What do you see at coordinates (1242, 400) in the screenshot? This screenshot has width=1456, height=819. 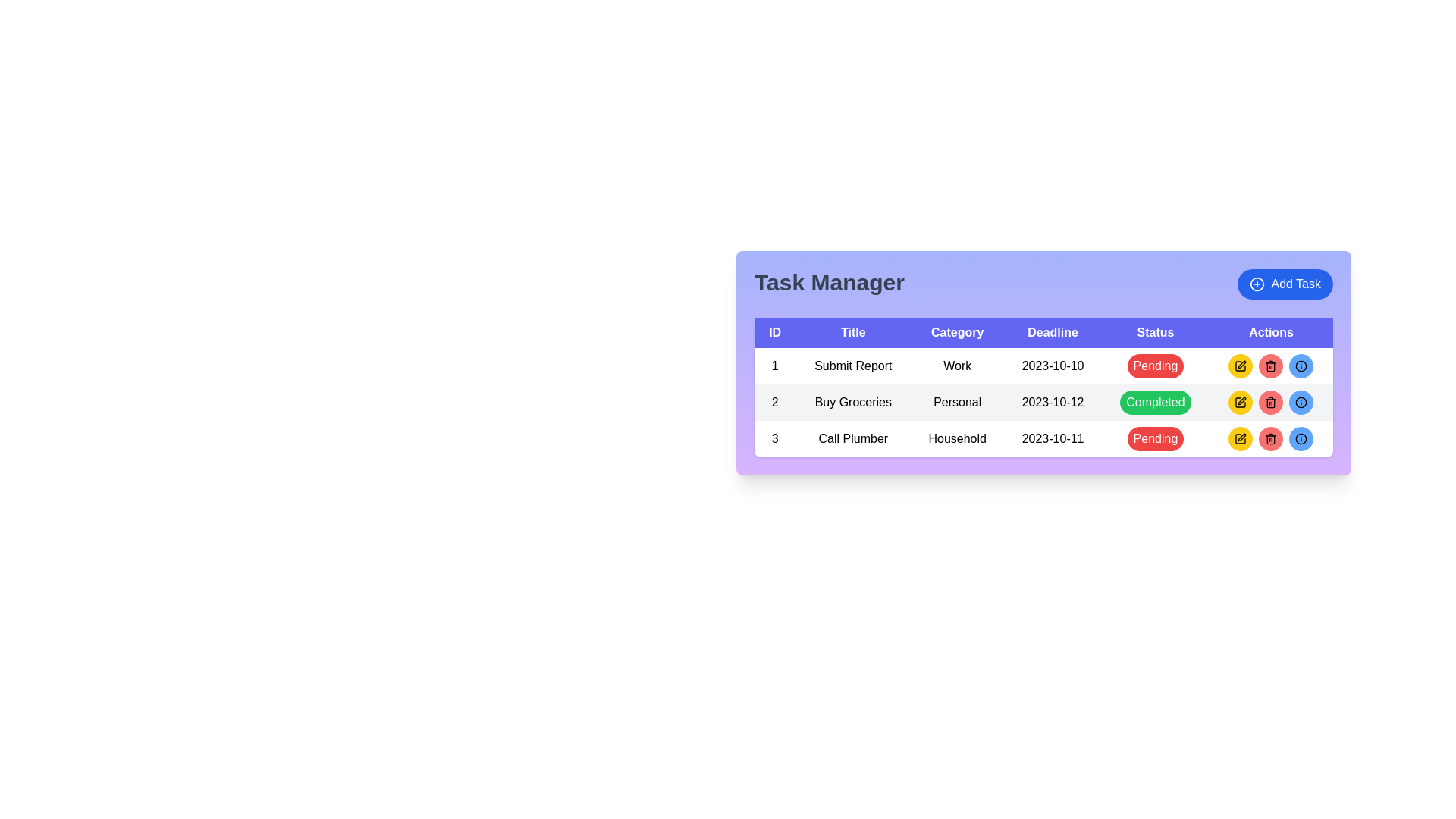 I see `the 'edit' icon located in the 'Actions' column of the third row in the table` at bounding box center [1242, 400].